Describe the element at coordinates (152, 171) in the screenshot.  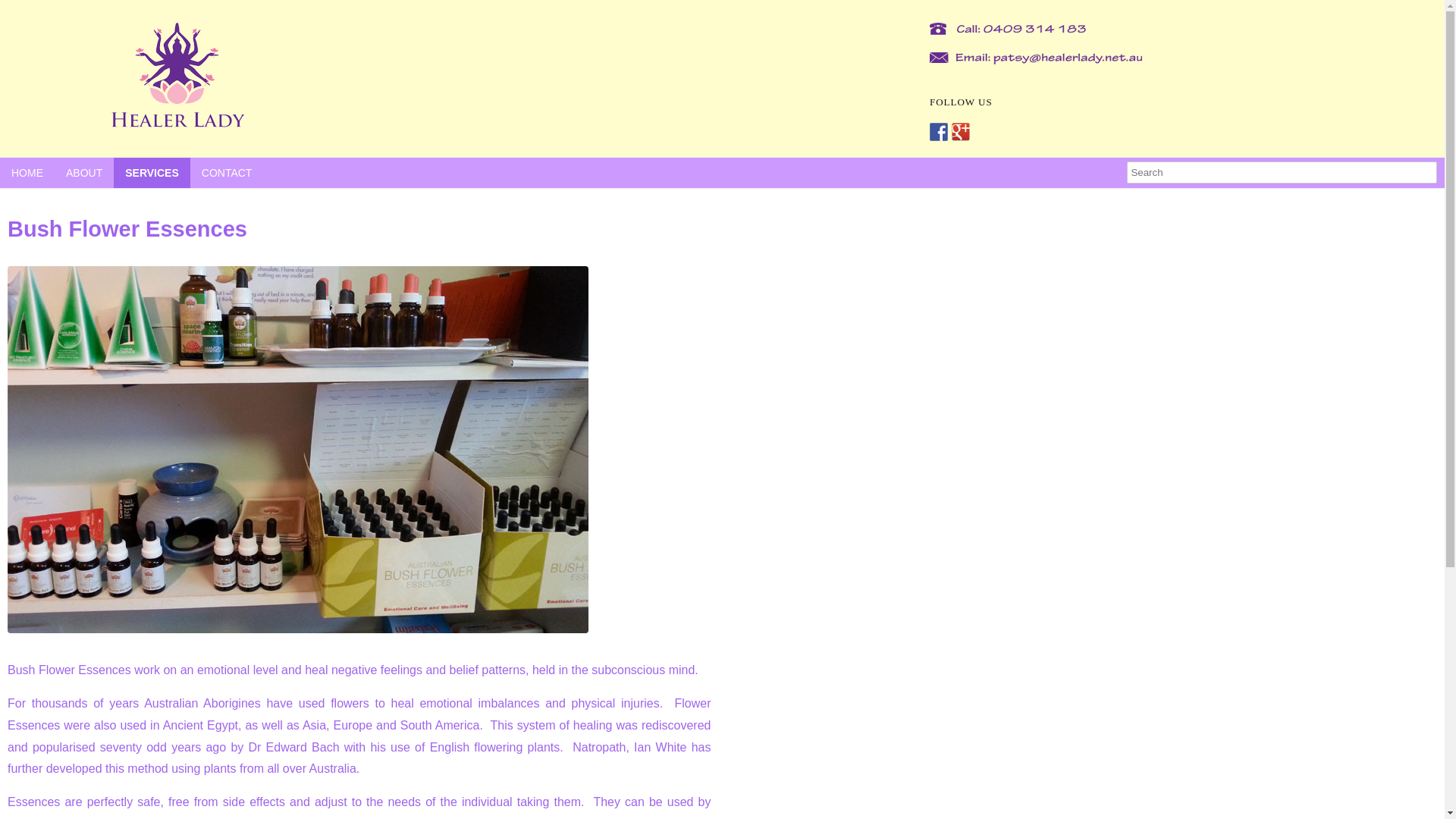
I see `'SERVICES'` at that location.